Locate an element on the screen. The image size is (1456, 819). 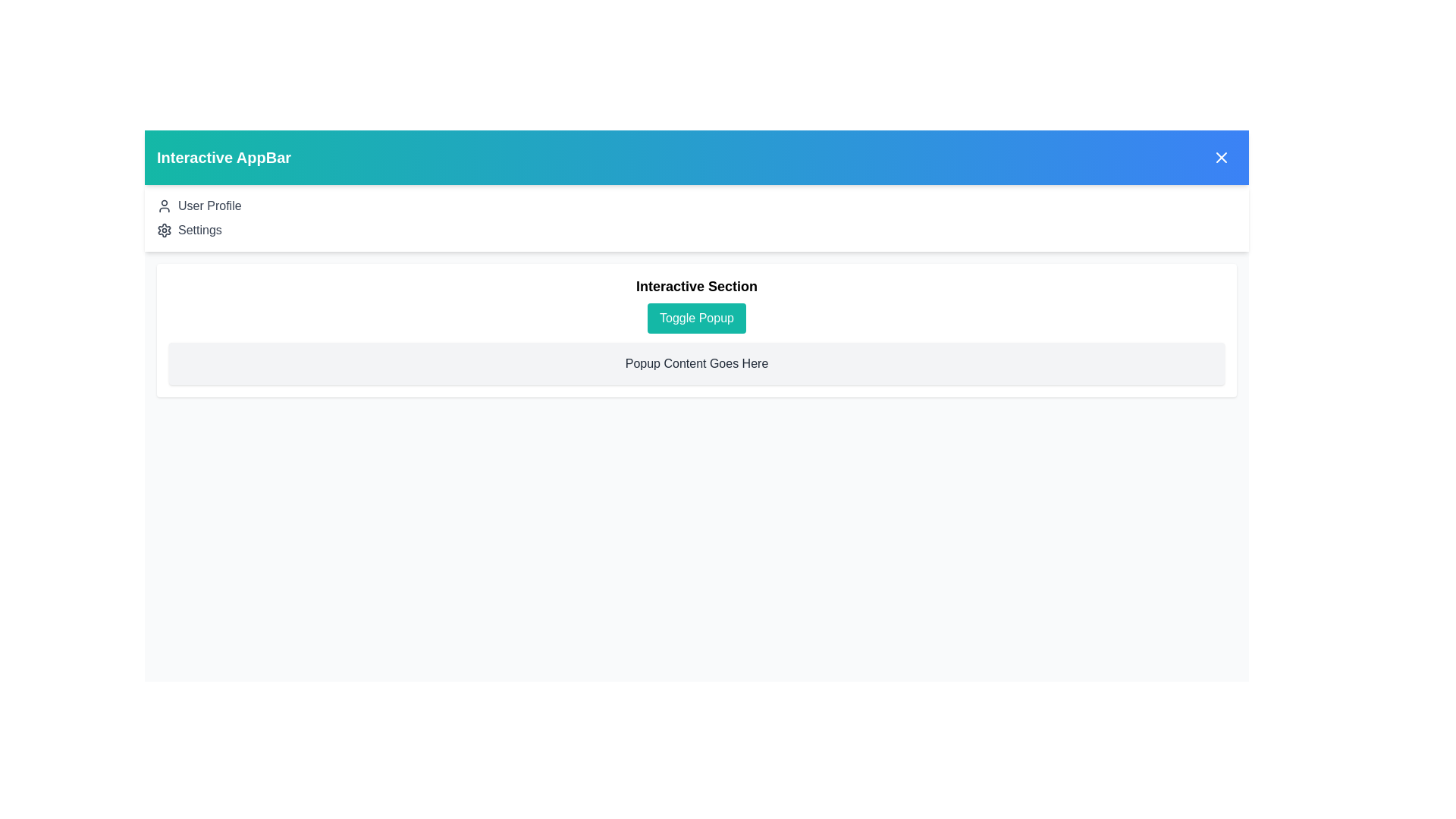
the navigation toggle button in the app bar is located at coordinates (1222, 158).